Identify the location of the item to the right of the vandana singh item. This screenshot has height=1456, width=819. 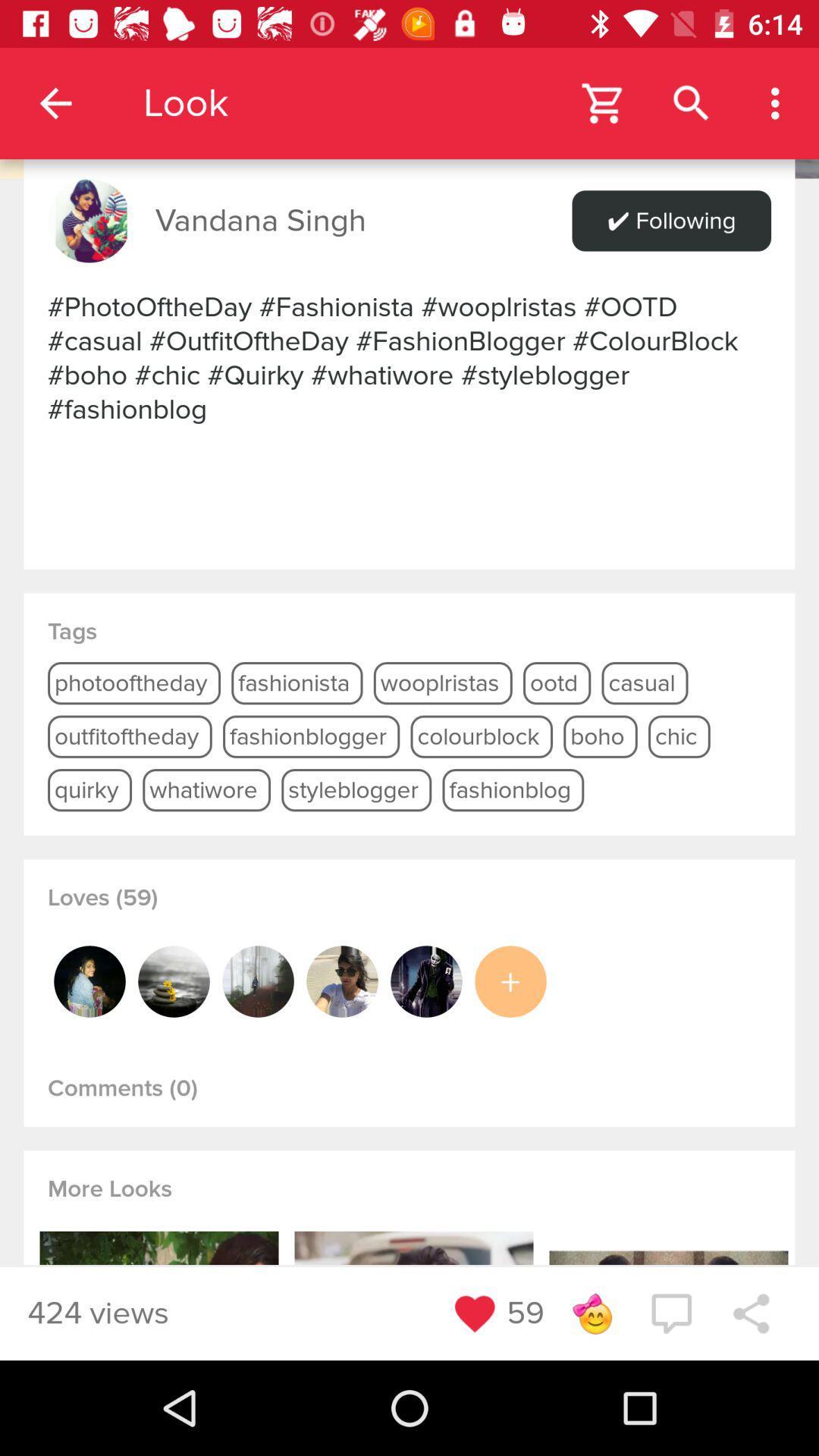
(670, 220).